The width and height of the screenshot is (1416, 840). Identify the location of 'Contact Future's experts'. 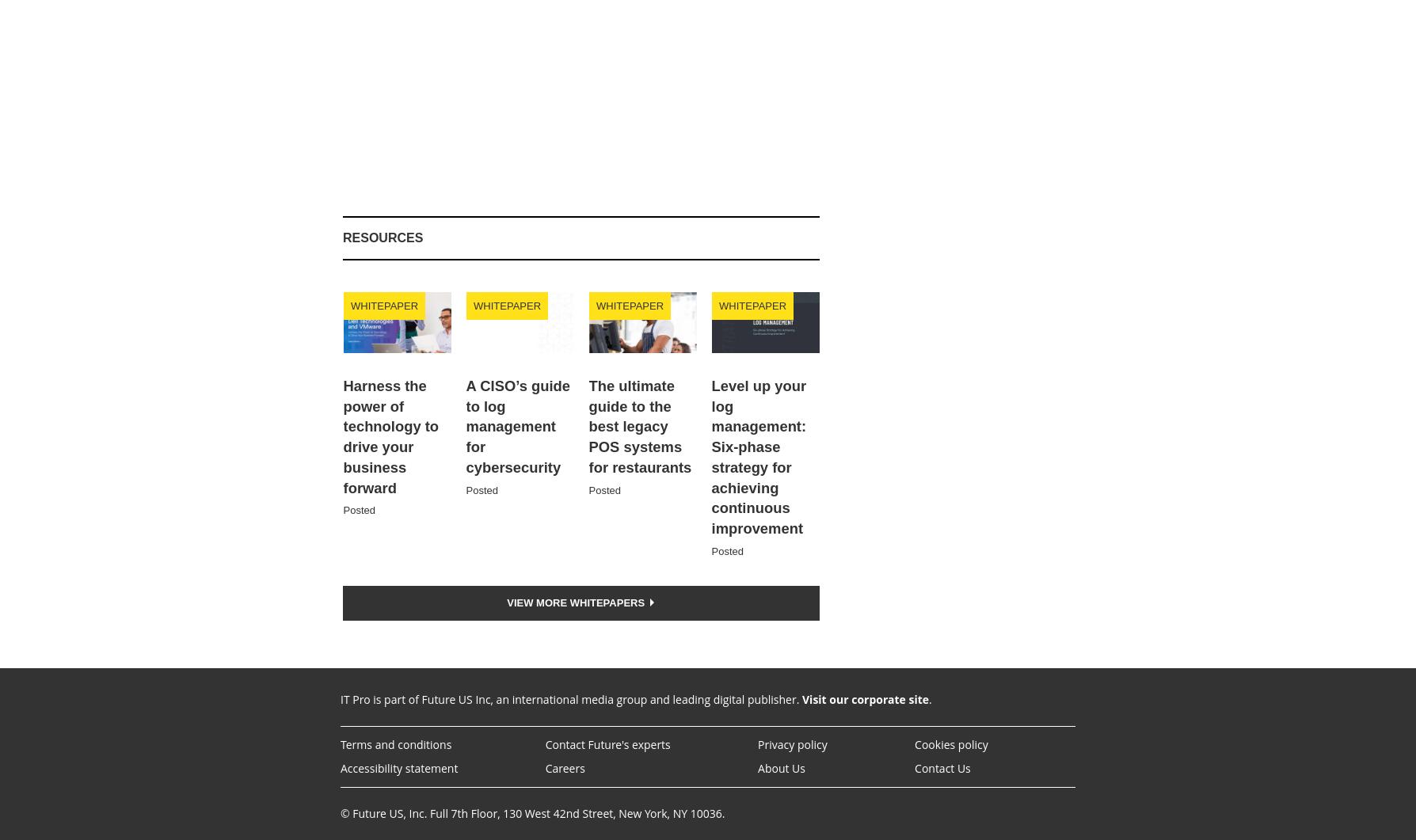
(544, 743).